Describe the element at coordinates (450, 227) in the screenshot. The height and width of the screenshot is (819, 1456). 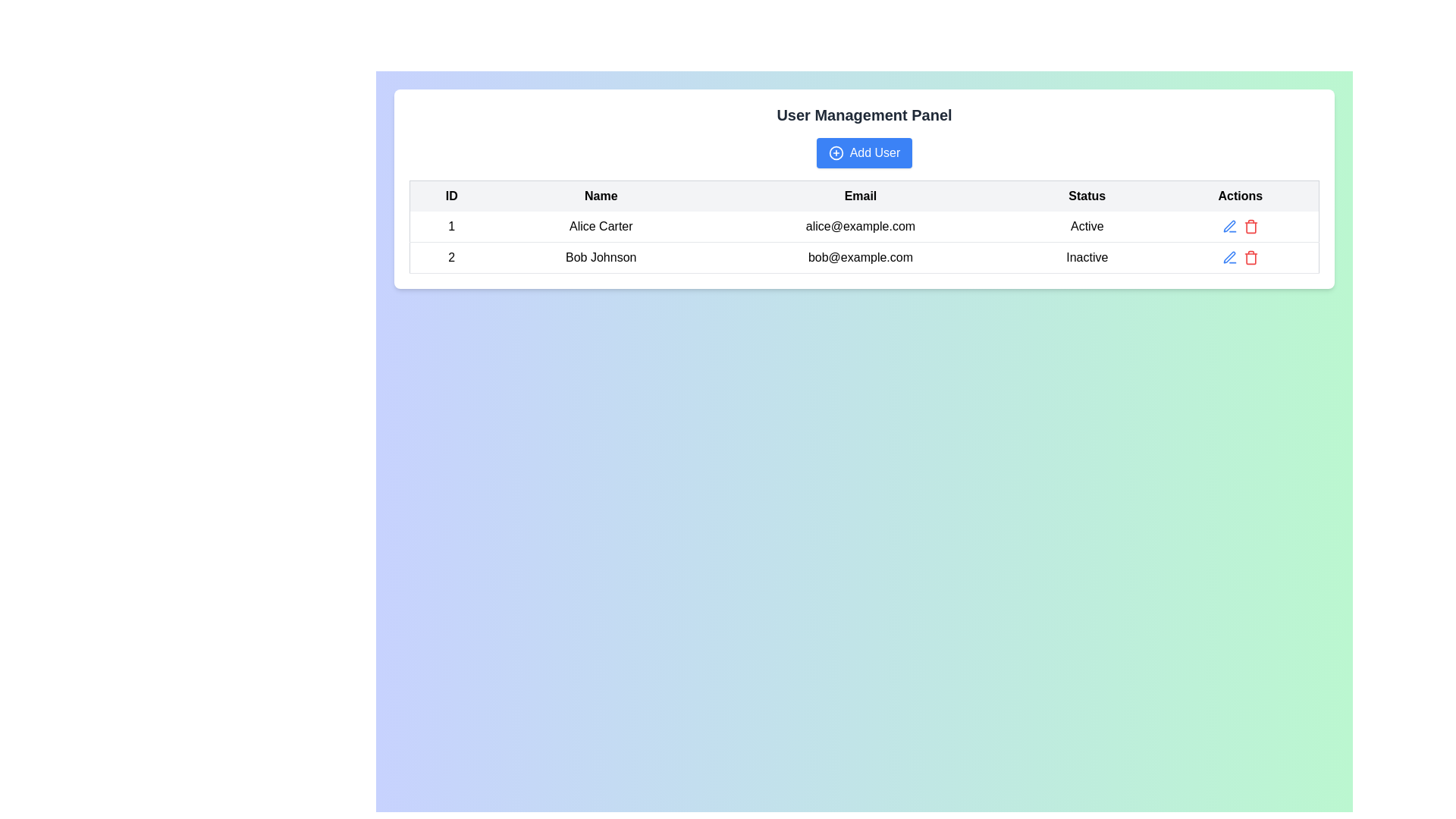
I see `the numeral '1' located in the first column of the first row under the header 'ID' in a table layout` at that location.